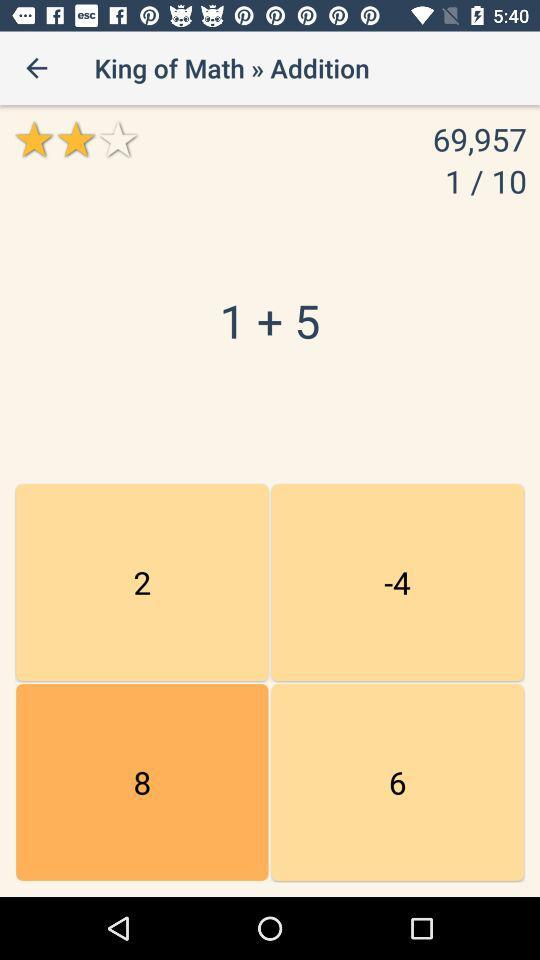 This screenshot has width=540, height=960. What do you see at coordinates (397, 582) in the screenshot?
I see `item on the right` at bounding box center [397, 582].